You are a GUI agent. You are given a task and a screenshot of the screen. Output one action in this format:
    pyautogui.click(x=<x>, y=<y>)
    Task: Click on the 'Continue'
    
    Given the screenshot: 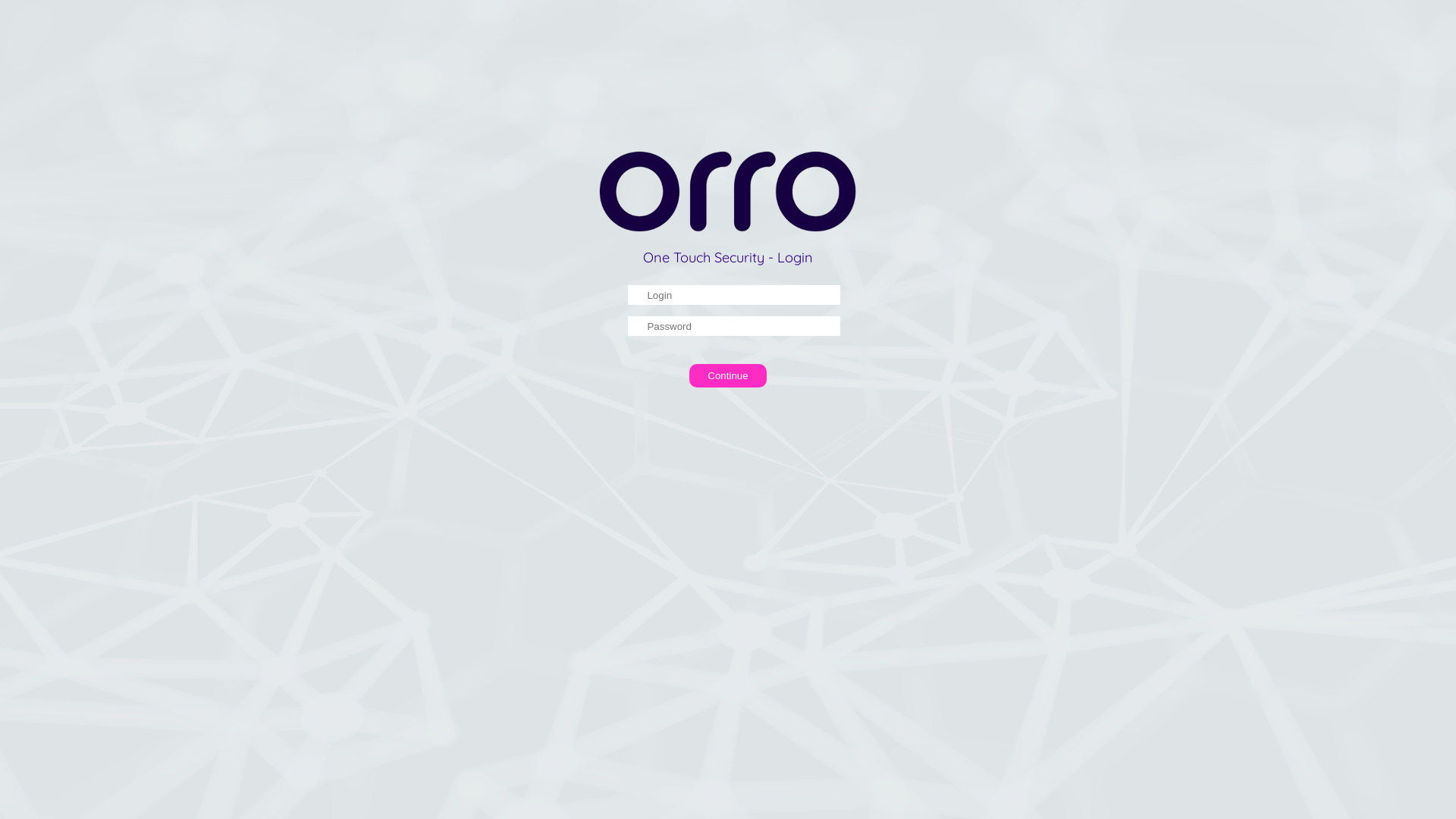 What is the action you would take?
    pyautogui.click(x=688, y=375)
    